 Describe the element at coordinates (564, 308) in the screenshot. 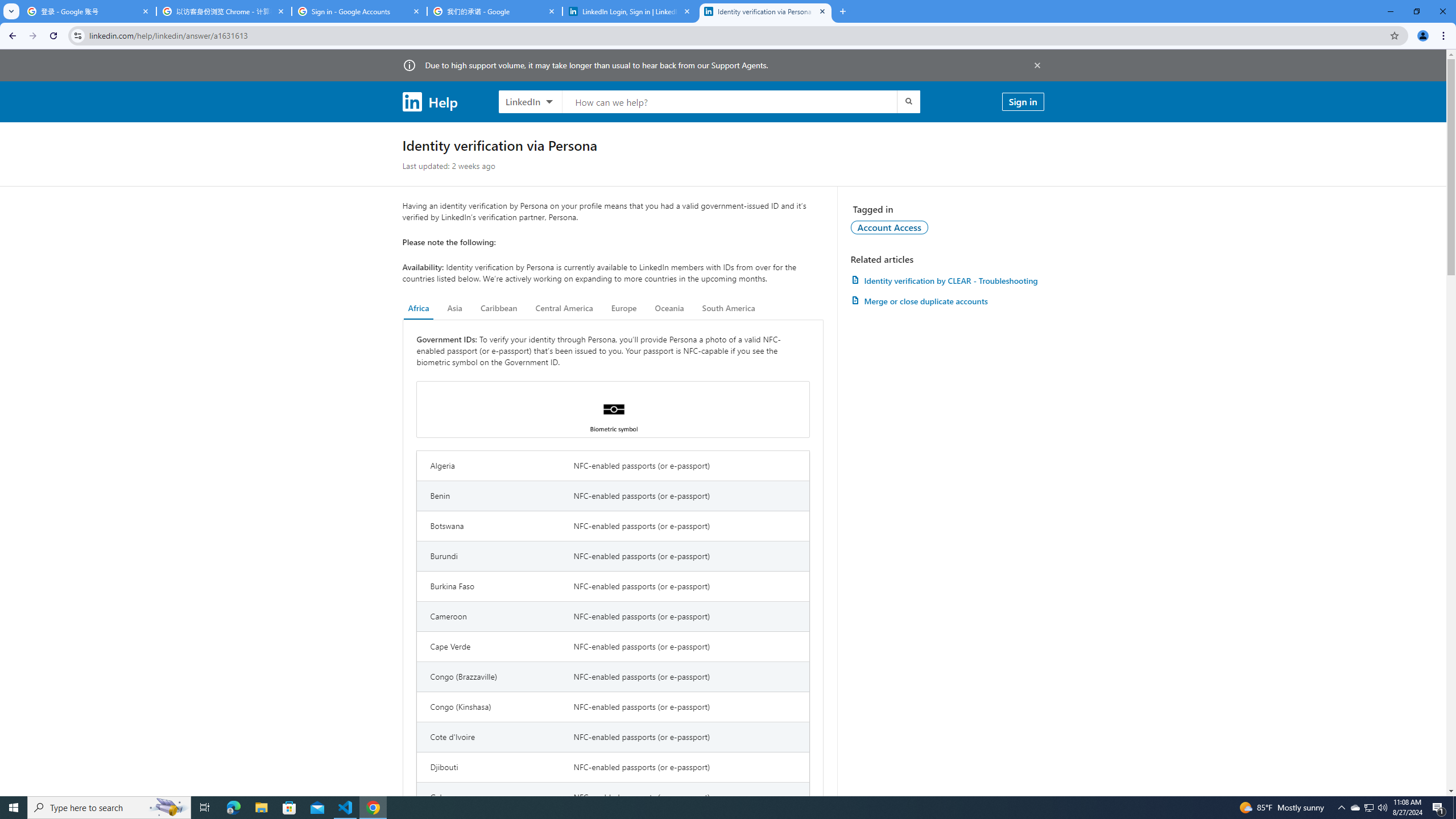

I see `'Central America'` at that location.